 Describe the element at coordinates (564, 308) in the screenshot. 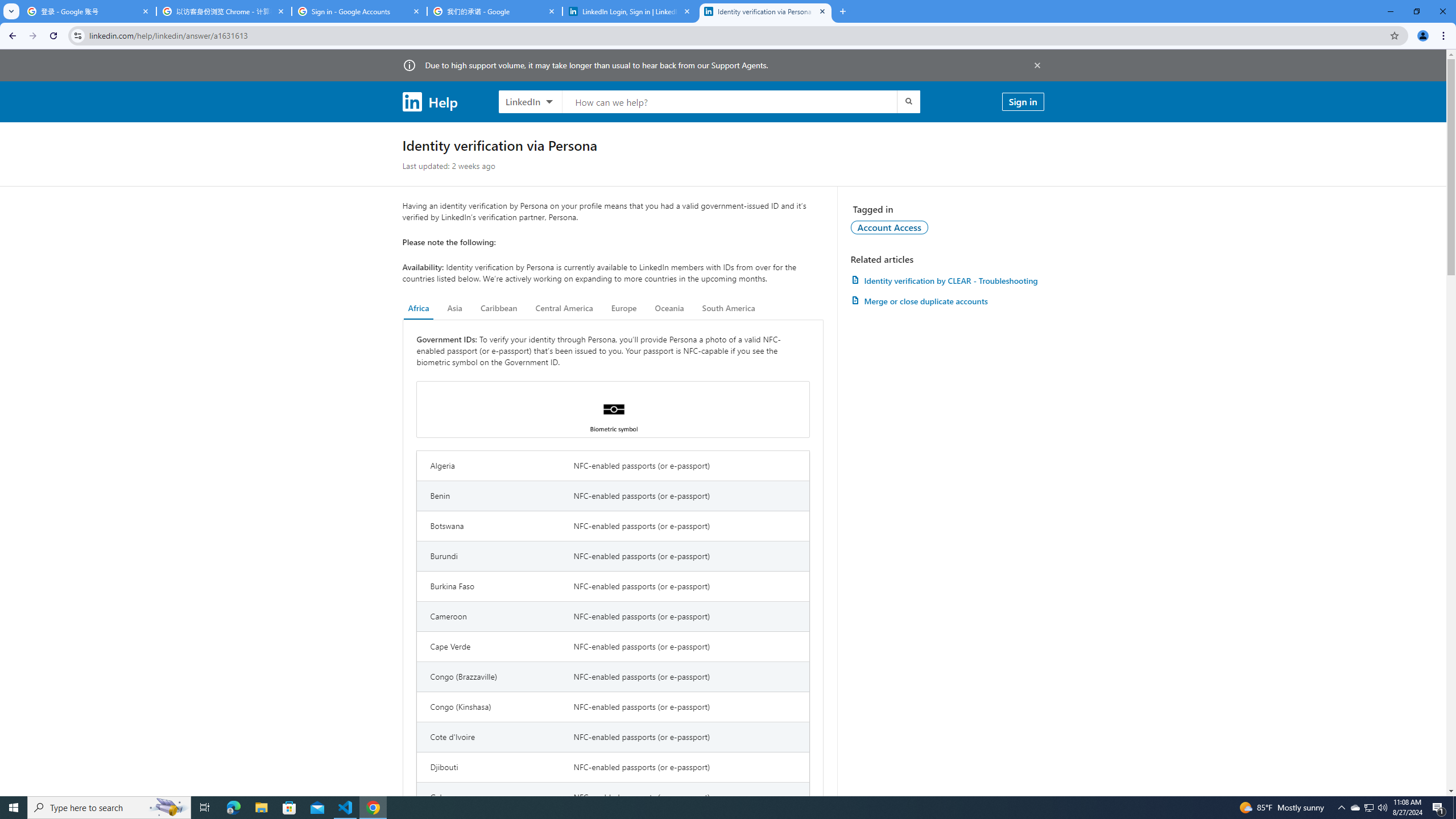

I see `'Central America'` at that location.